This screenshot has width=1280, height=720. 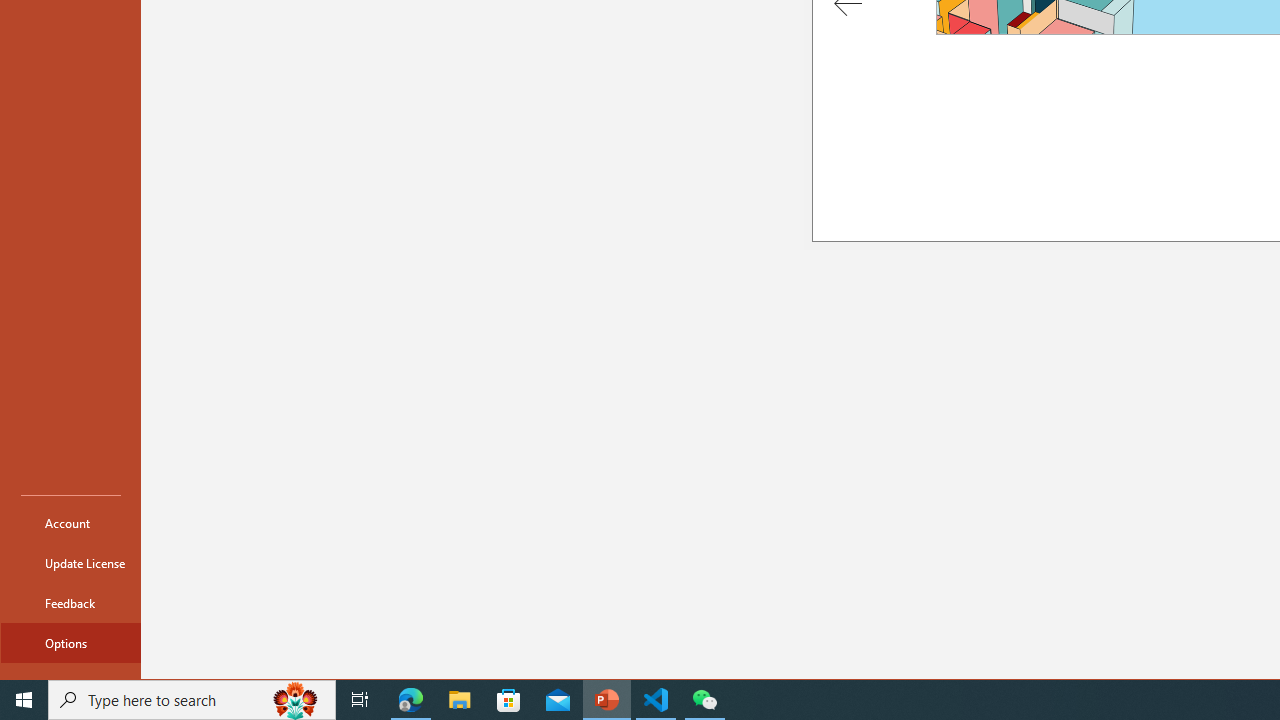 What do you see at coordinates (410, 698) in the screenshot?
I see `'Microsoft Edge - 1 running window'` at bounding box center [410, 698].